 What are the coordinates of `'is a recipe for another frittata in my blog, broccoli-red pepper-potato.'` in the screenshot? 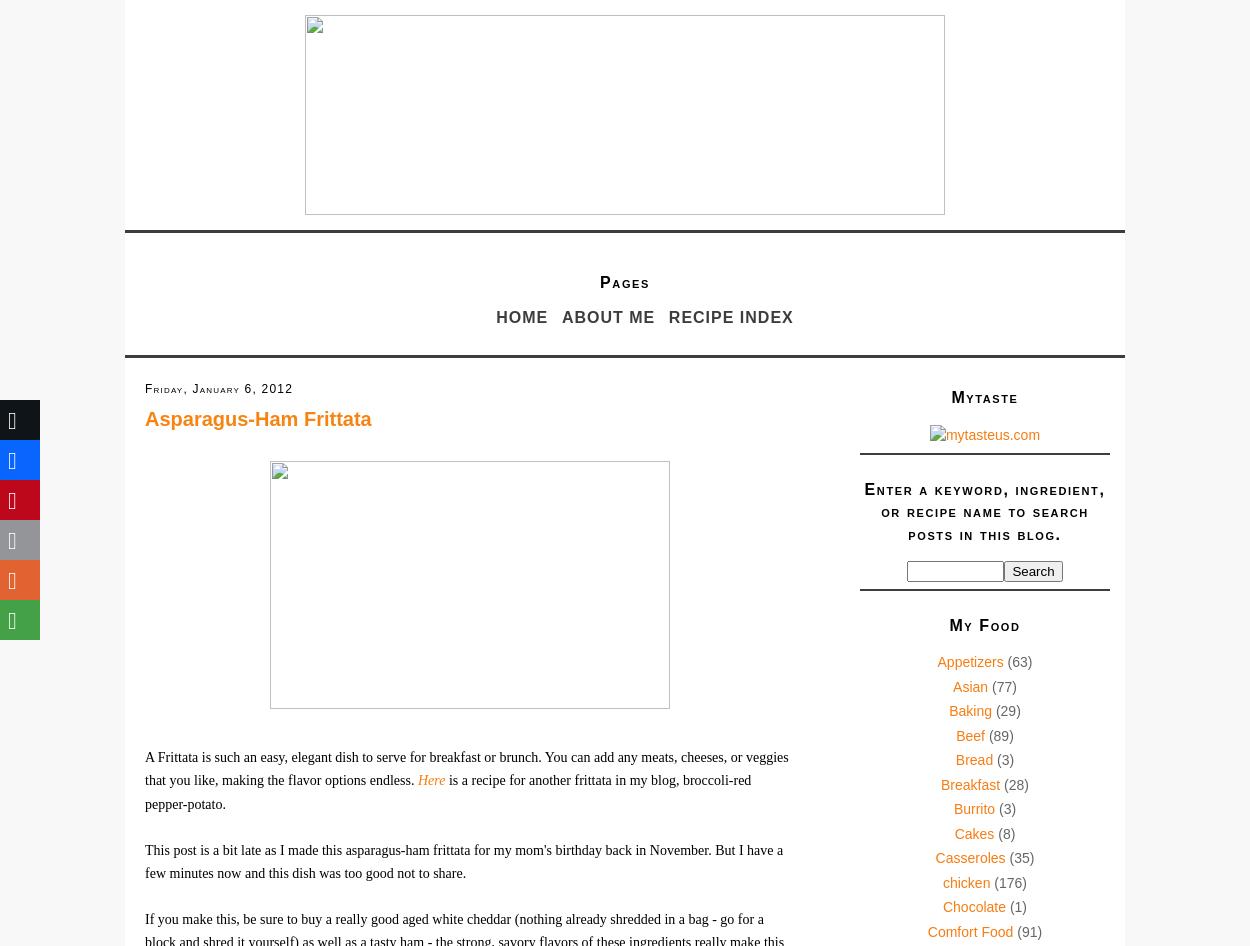 It's located at (145, 791).